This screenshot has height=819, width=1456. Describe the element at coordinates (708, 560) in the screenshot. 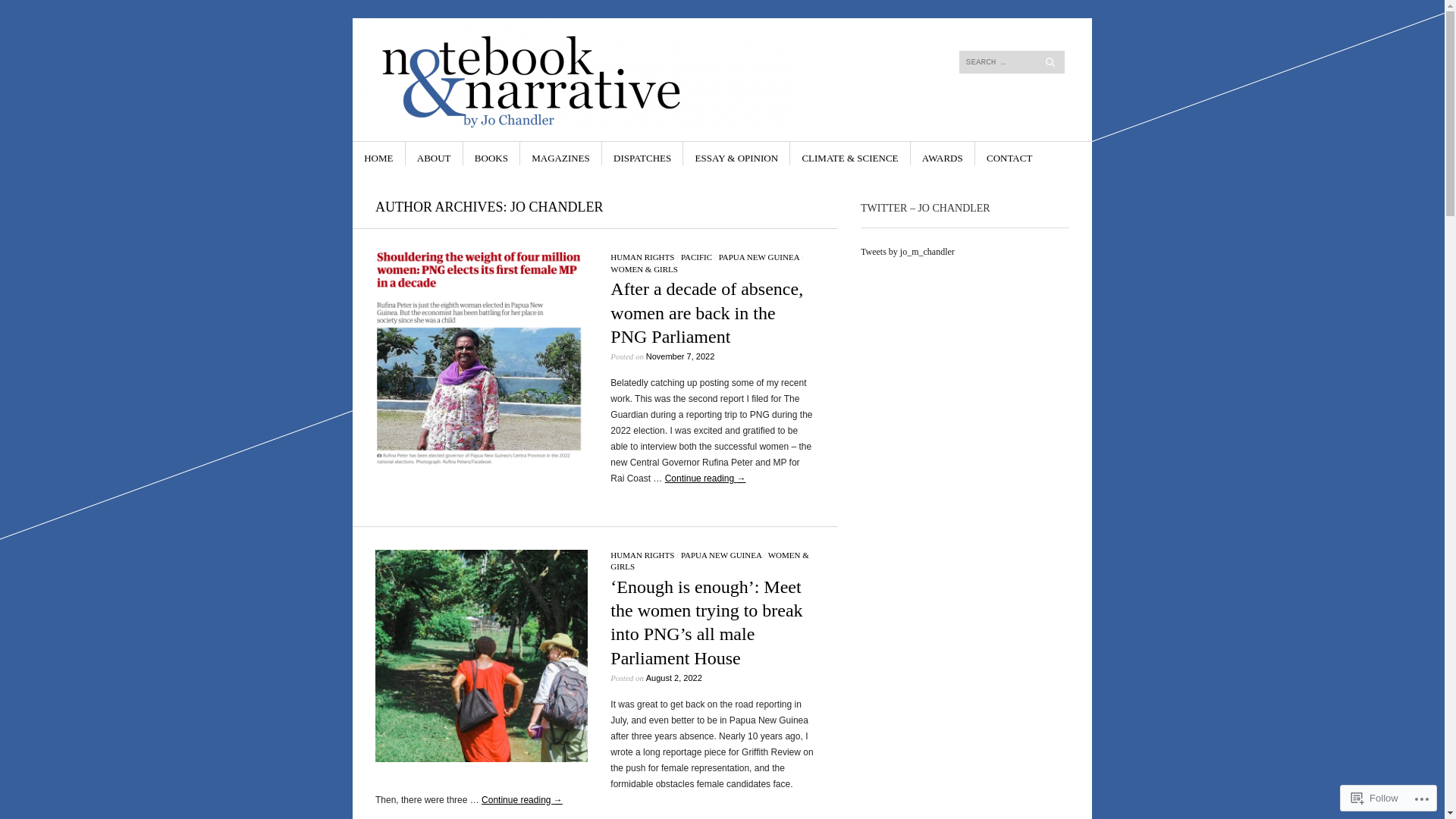

I see `'WOMEN & GIRLS'` at that location.